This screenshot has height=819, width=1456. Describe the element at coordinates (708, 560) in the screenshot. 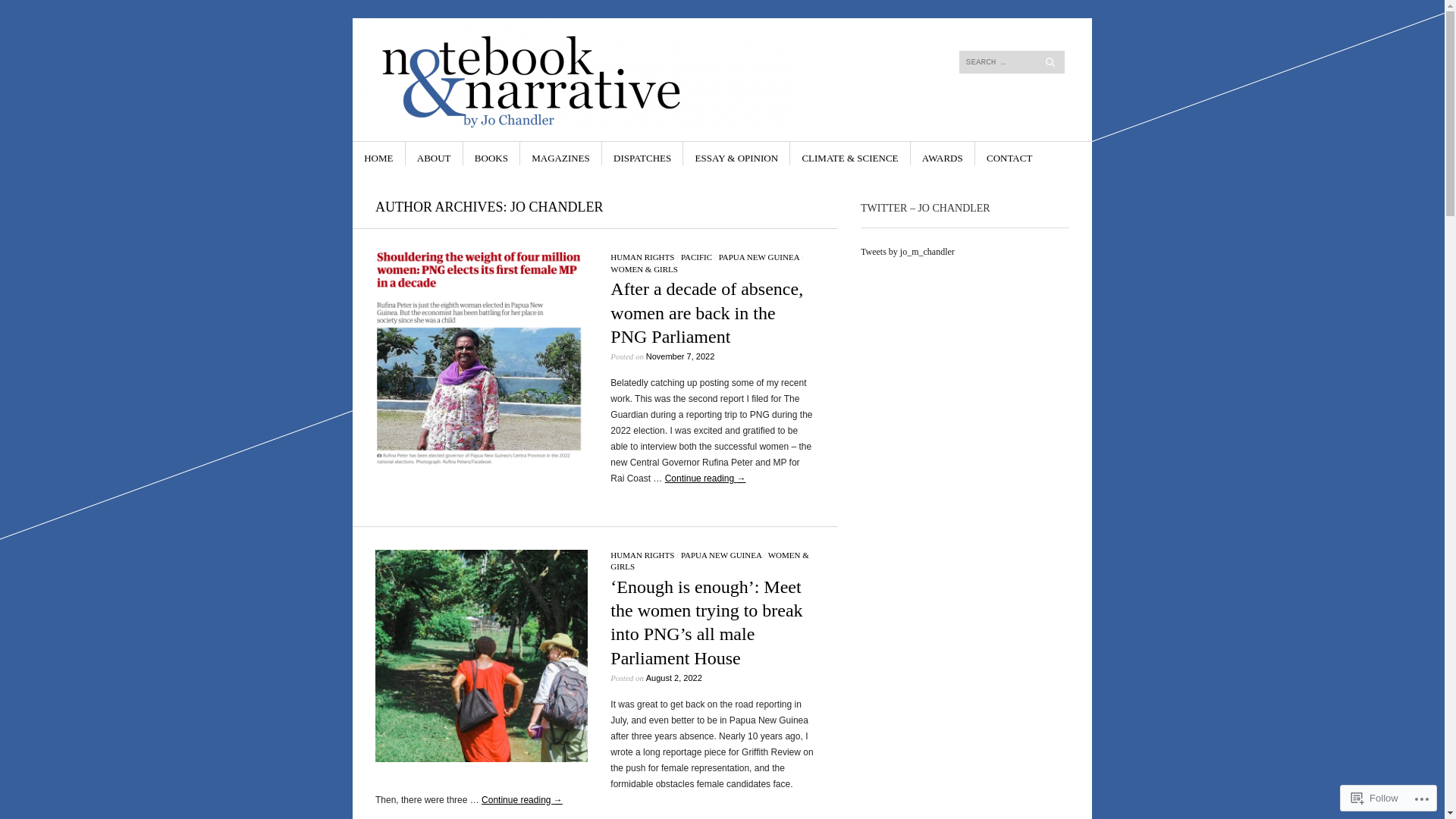

I see `'WOMEN & GIRLS'` at that location.